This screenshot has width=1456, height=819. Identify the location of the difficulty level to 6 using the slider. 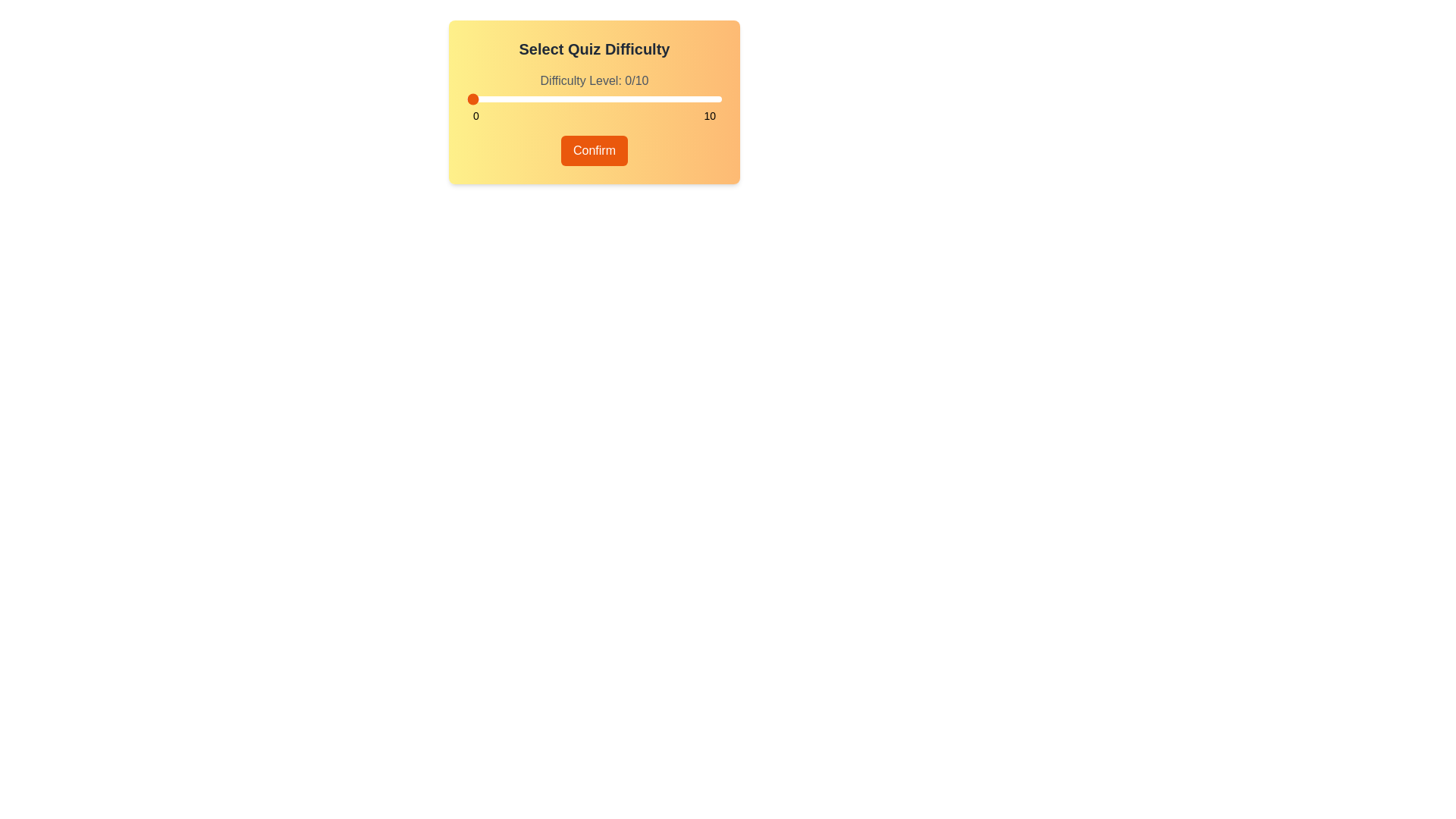
(620, 99).